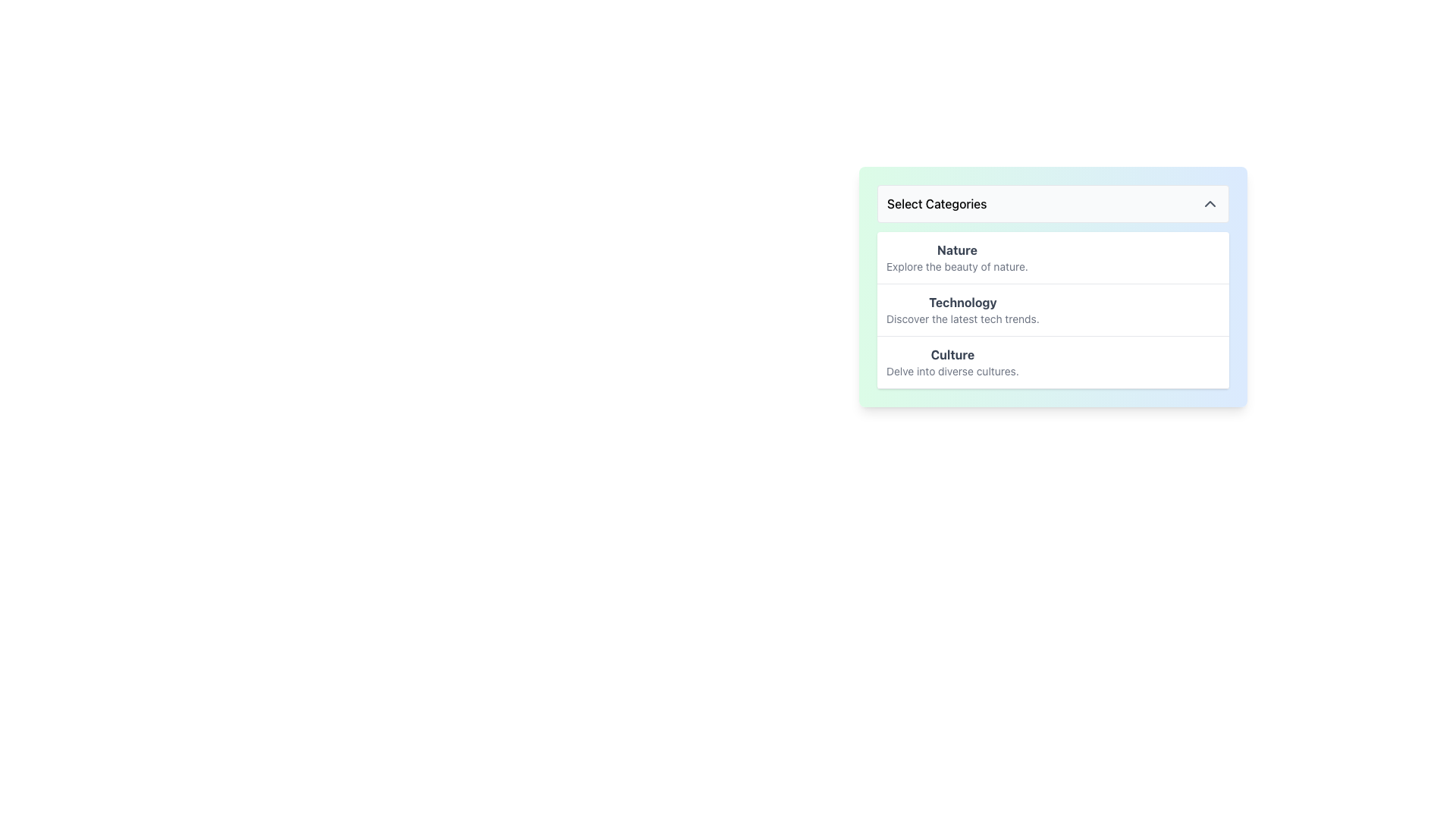 The width and height of the screenshot is (1456, 819). Describe the element at coordinates (962, 309) in the screenshot. I see `the 'Technology' category selection text block in the list of categories` at that location.